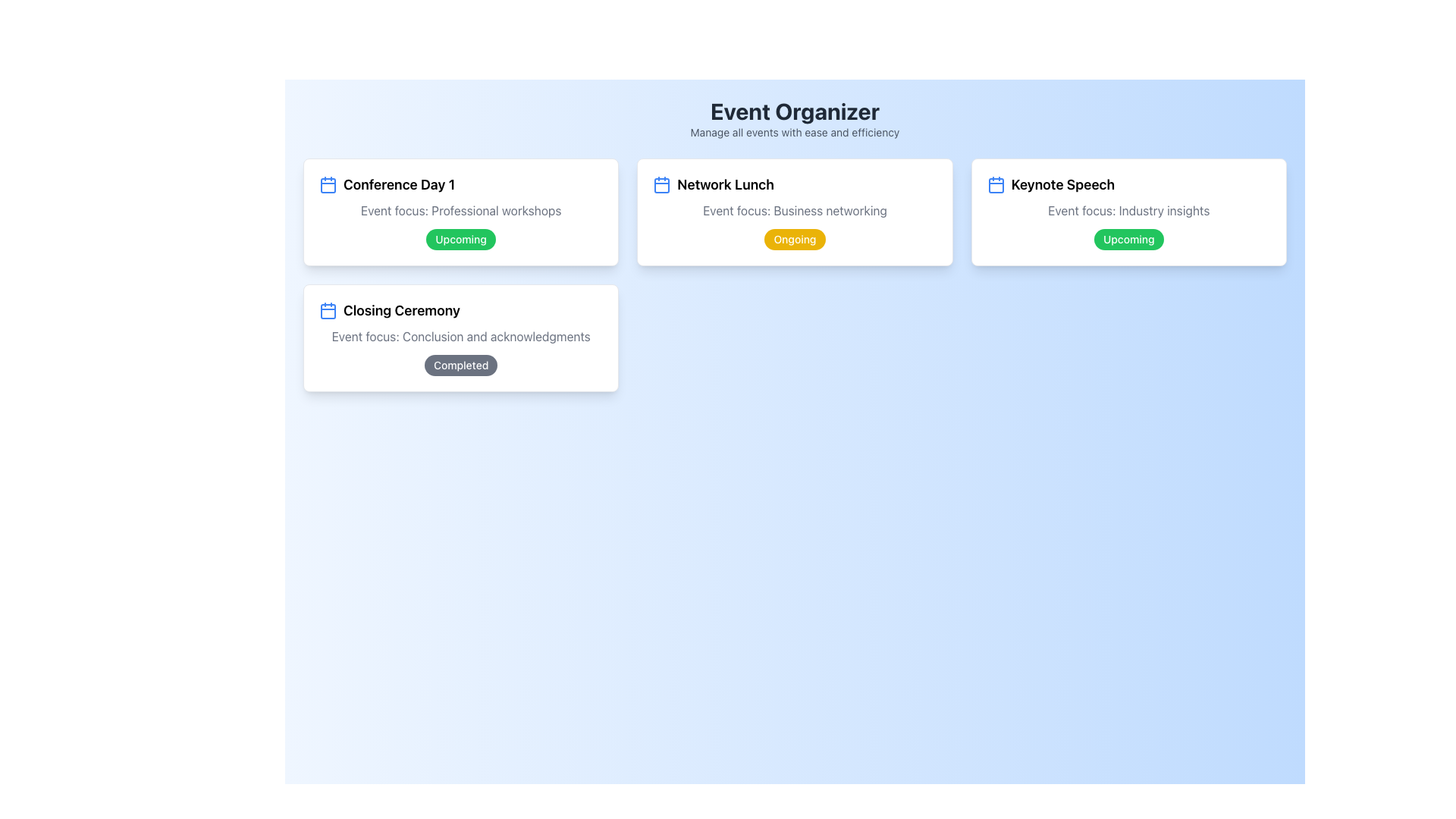 The image size is (1456, 819). Describe the element at coordinates (794, 110) in the screenshot. I see `the large, bold, centered text element displaying 'Event Organizer', which is prominently styled in dark gray against a light blue background` at that location.